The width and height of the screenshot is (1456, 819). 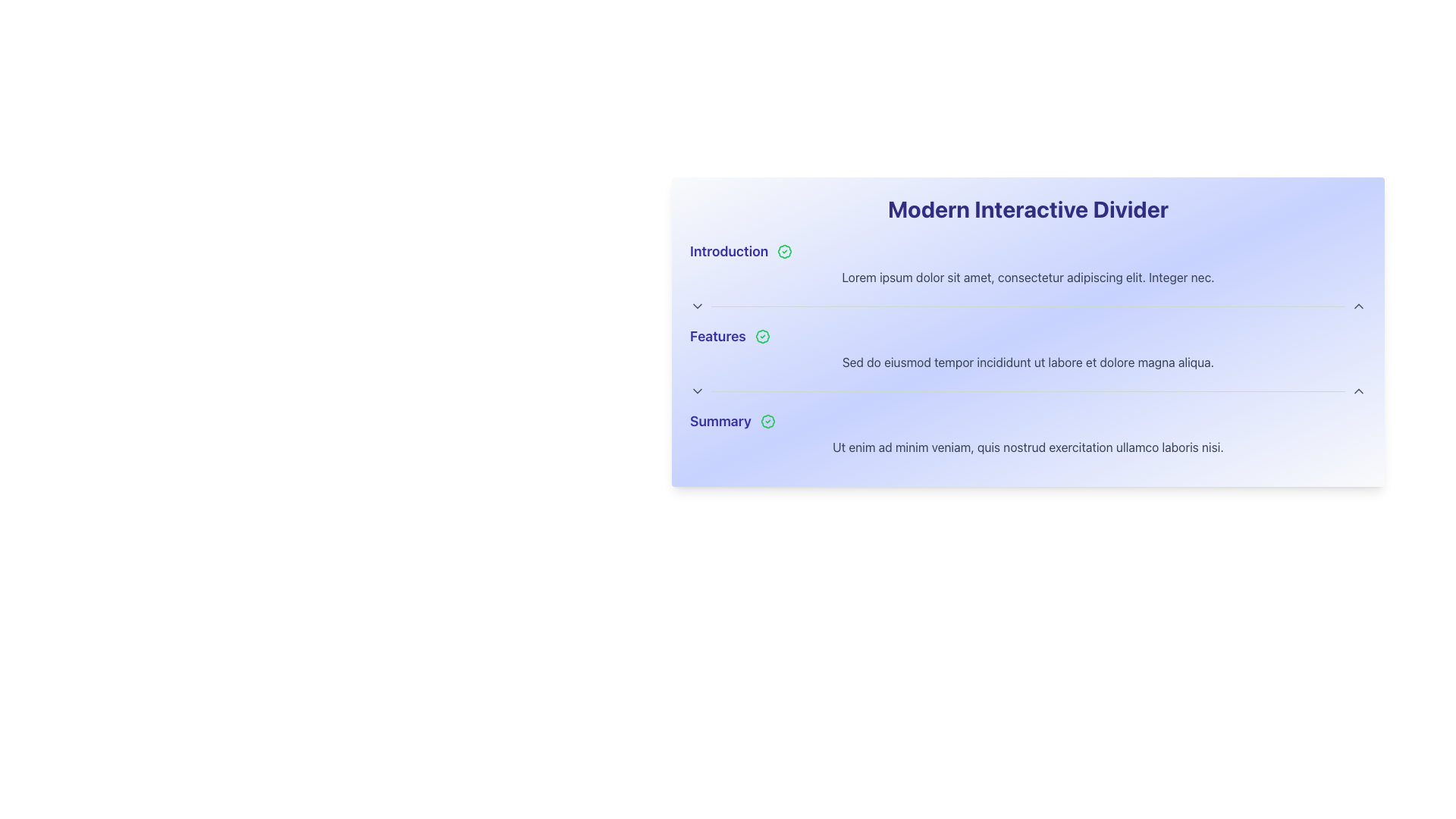 I want to click on the chevron icon located to the left of the 'Introduction' heading, so click(x=697, y=306).